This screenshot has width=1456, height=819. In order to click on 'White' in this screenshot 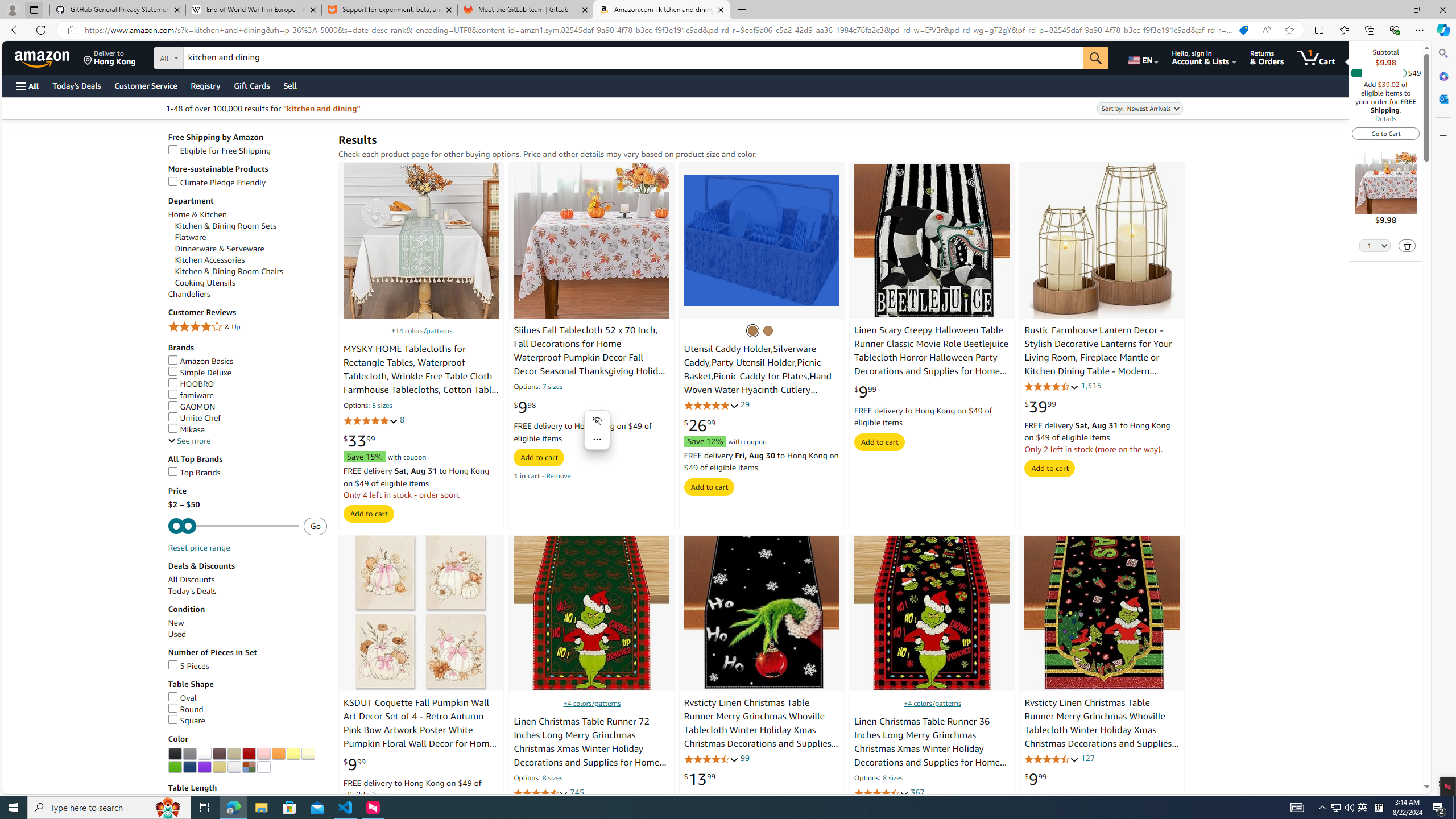, I will do `click(204, 754)`.